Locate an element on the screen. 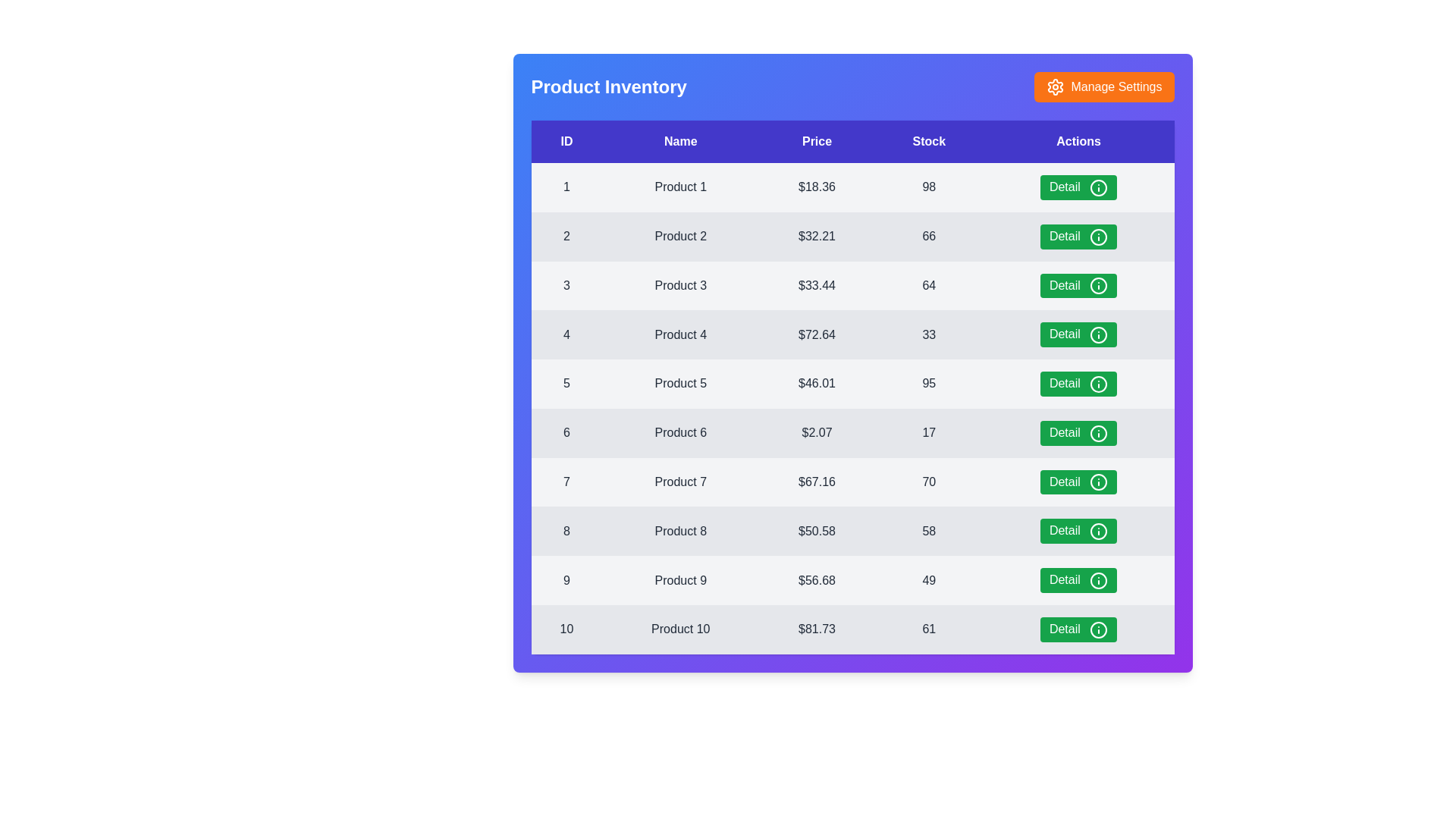  the table header ID to sort the table by that column is located at coordinates (566, 141).